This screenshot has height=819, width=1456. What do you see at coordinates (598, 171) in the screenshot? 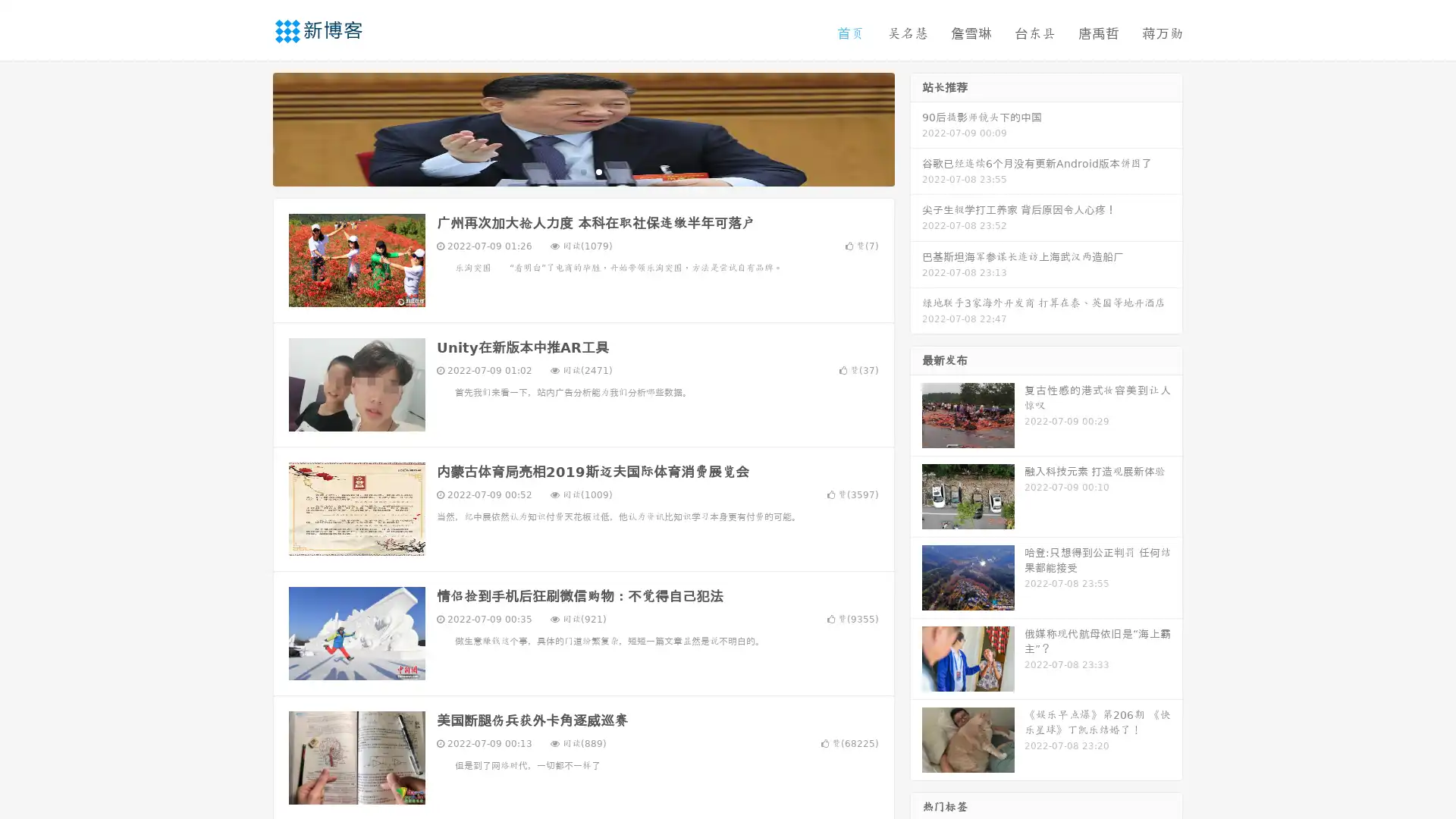
I see `Go to slide 3` at bounding box center [598, 171].